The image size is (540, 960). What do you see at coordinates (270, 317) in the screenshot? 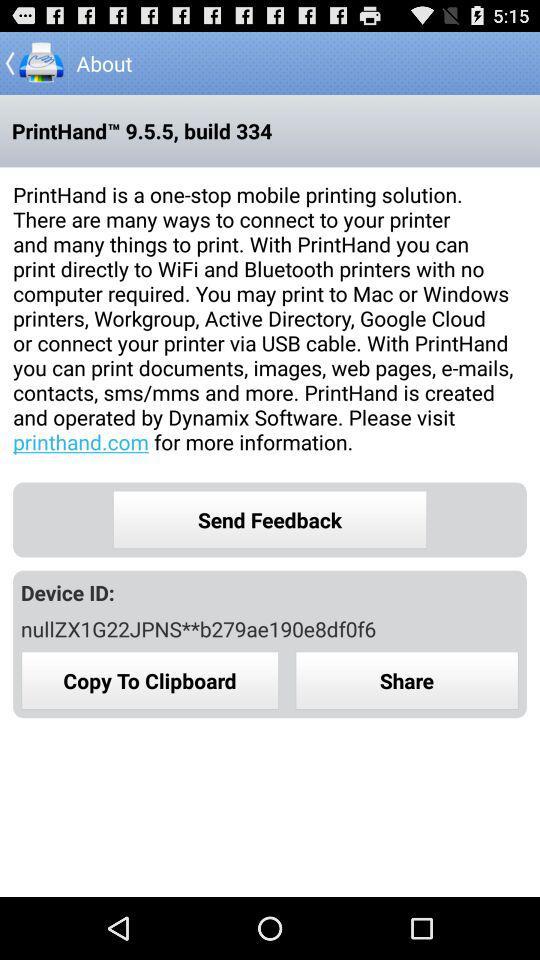
I see `item below printhand 9 5 app` at bounding box center [270, 317].